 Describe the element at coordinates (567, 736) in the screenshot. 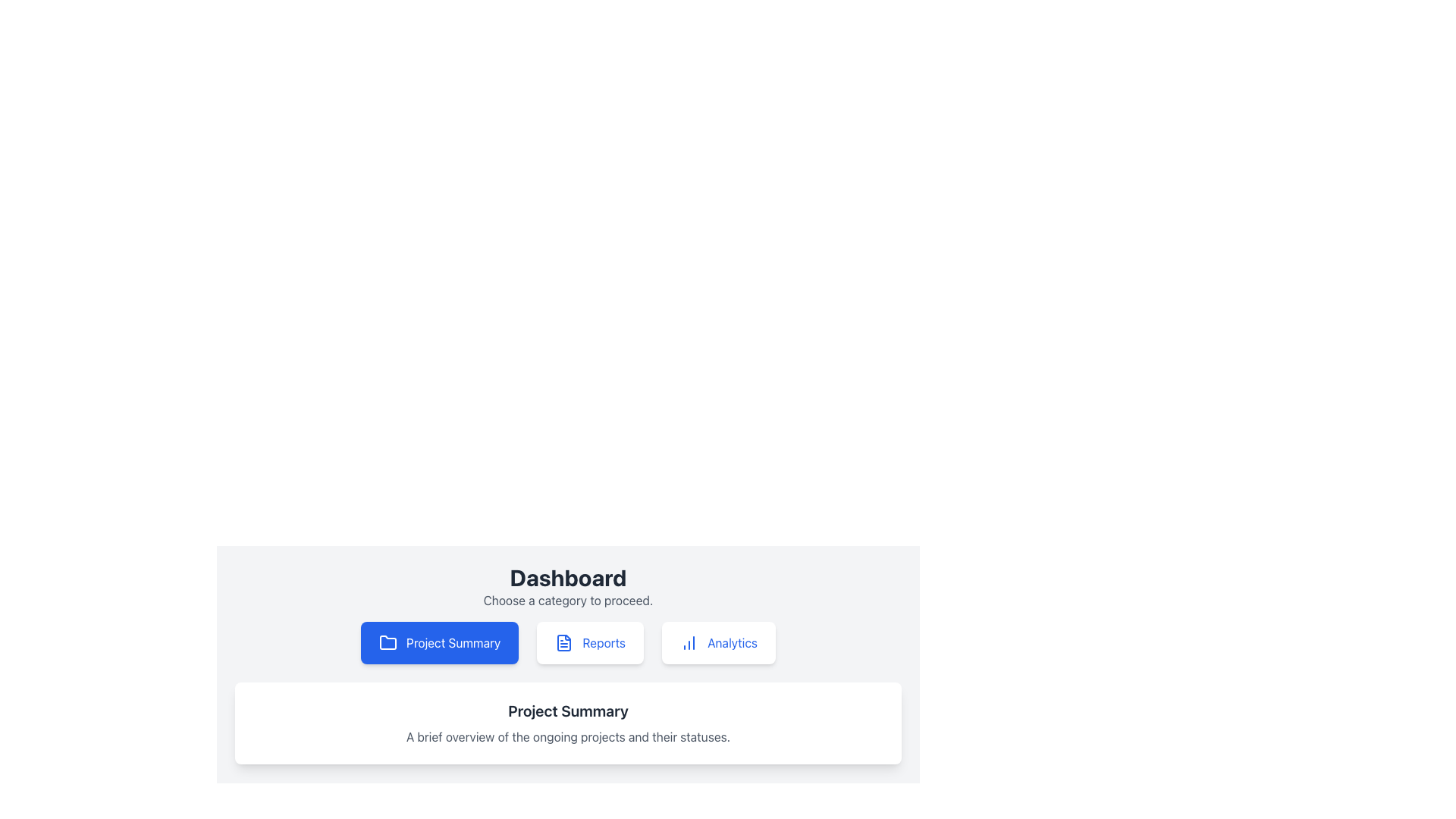

I see `text content from the text block displaying 'A brief overview of the ongoing projects and their statuses.' which is styled with a smaller font size and gray color, located below the 'Project Summary' header` at that location.